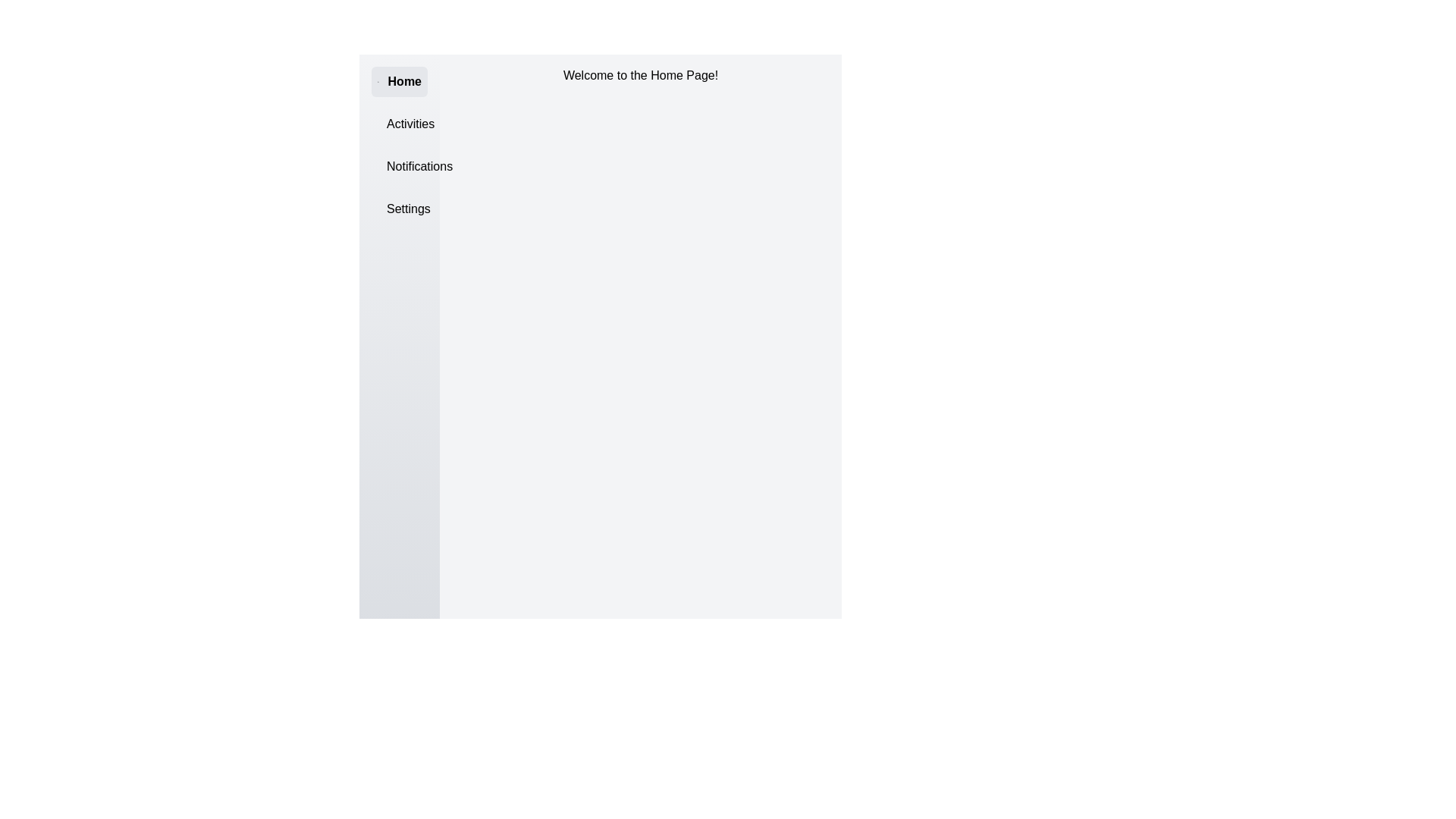  I want to click on the 'Notifications' menu item, which is the third option in the vertical menu on the left, located below 'Activities' and above 'Settings', so click(400, 166).